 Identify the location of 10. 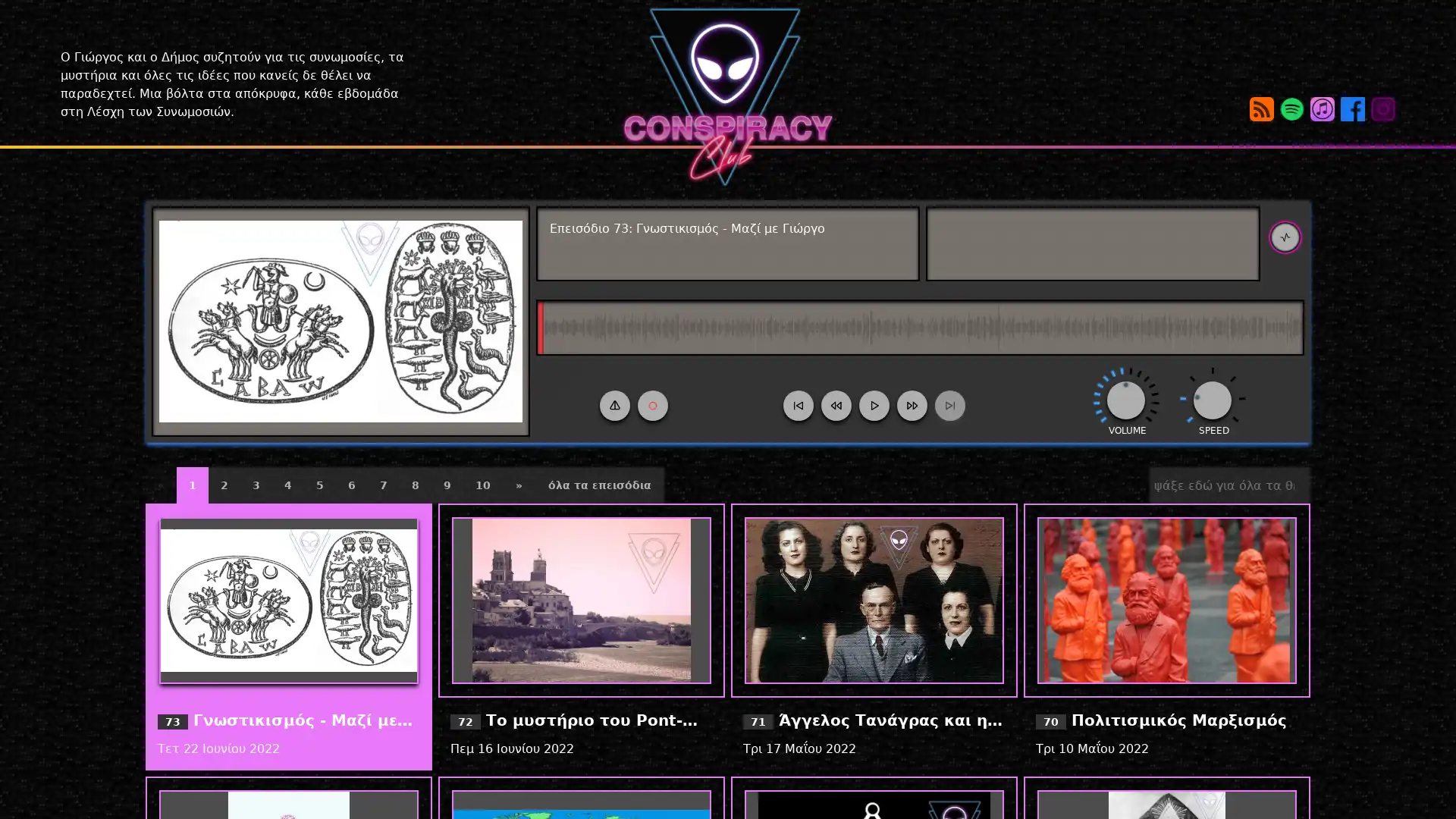
(482, 485).